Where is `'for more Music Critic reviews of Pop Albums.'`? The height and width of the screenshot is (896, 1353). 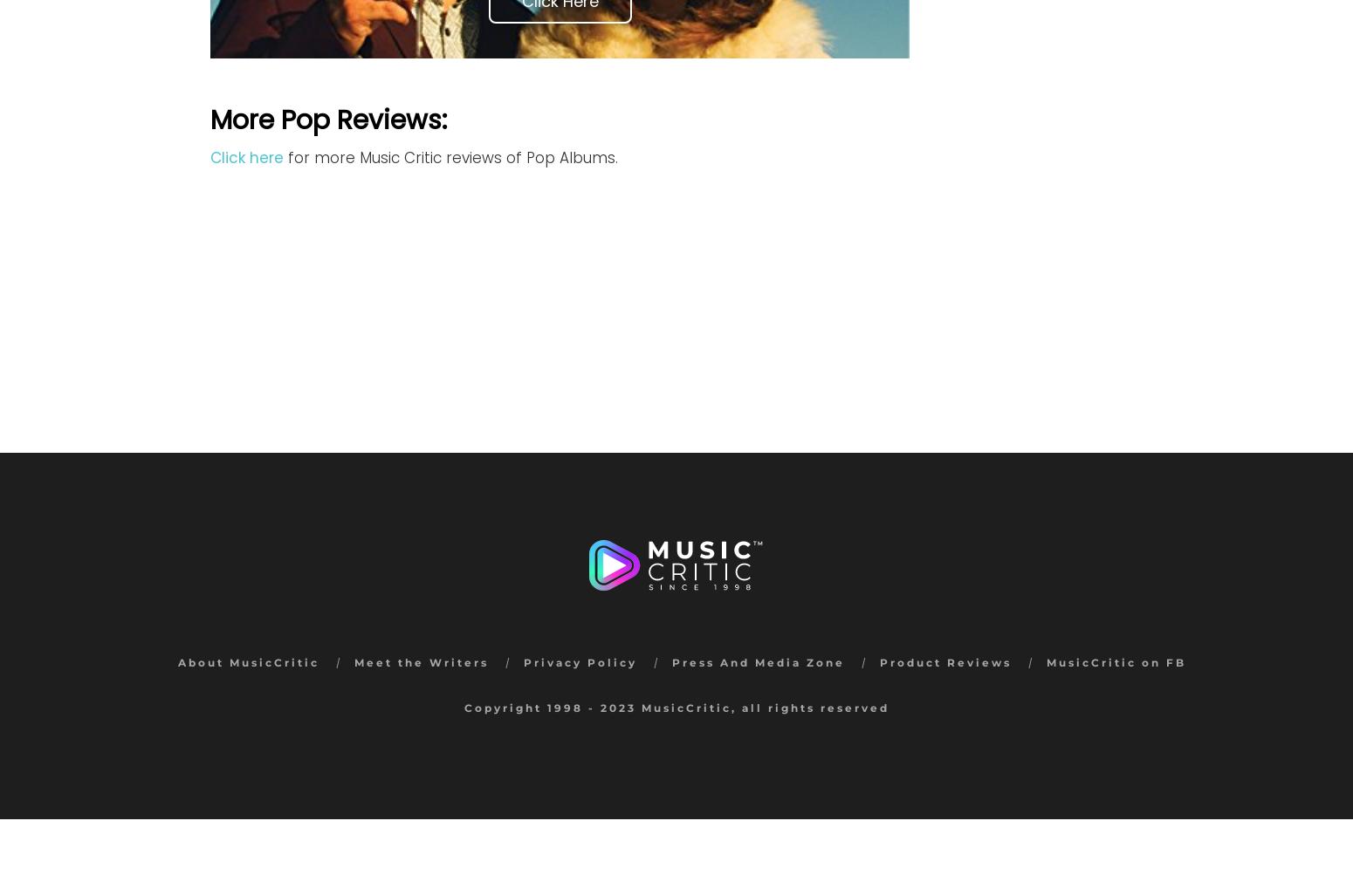
'for more Music Critic reviews of Pop Albums.' is located at coordinates (450, 156).